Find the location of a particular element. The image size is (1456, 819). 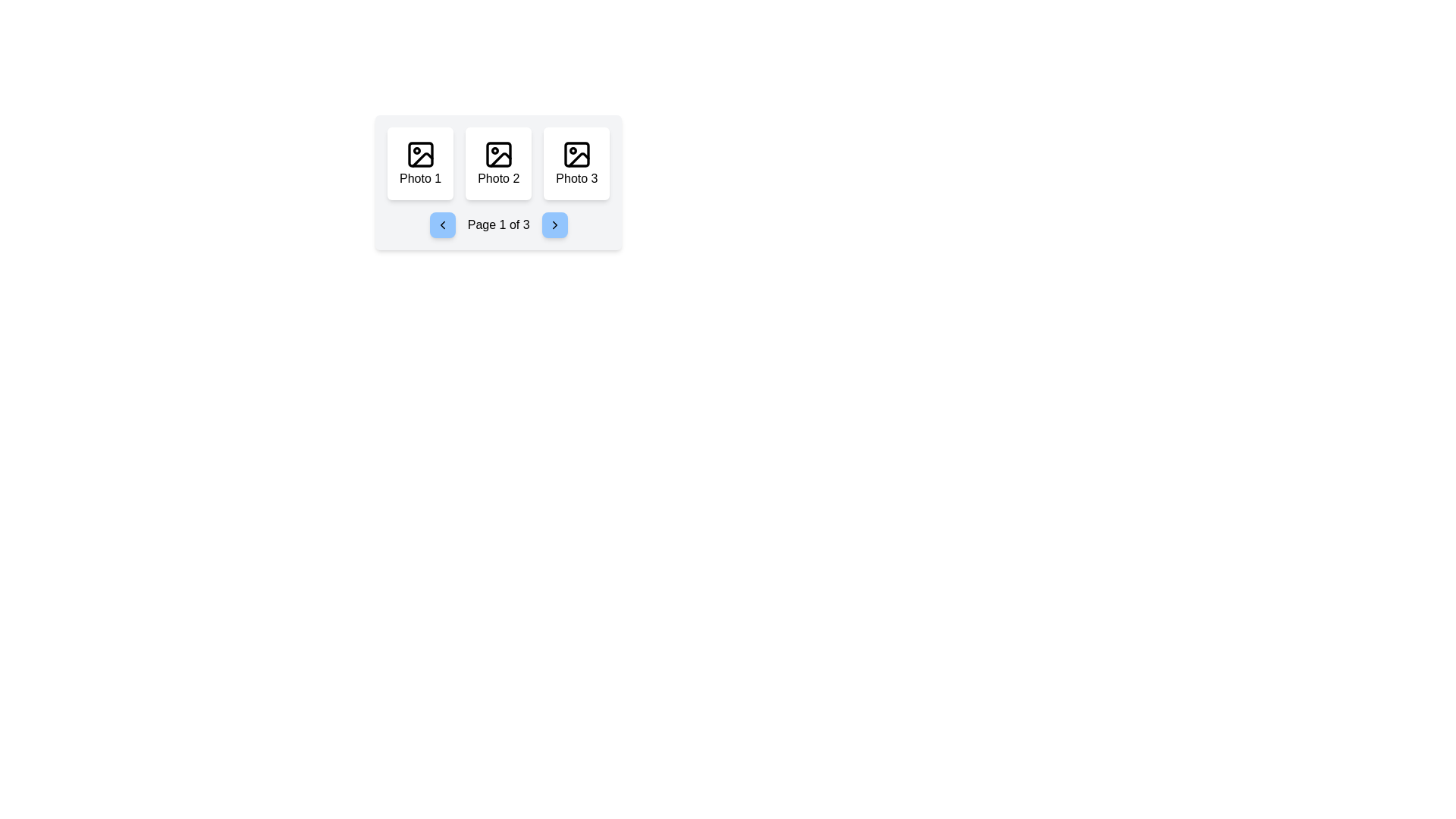

the Text Display element that shows 'Page 1 of 3', located below the photo grid and between two arrow buttons is located at coordinates (498, 225).